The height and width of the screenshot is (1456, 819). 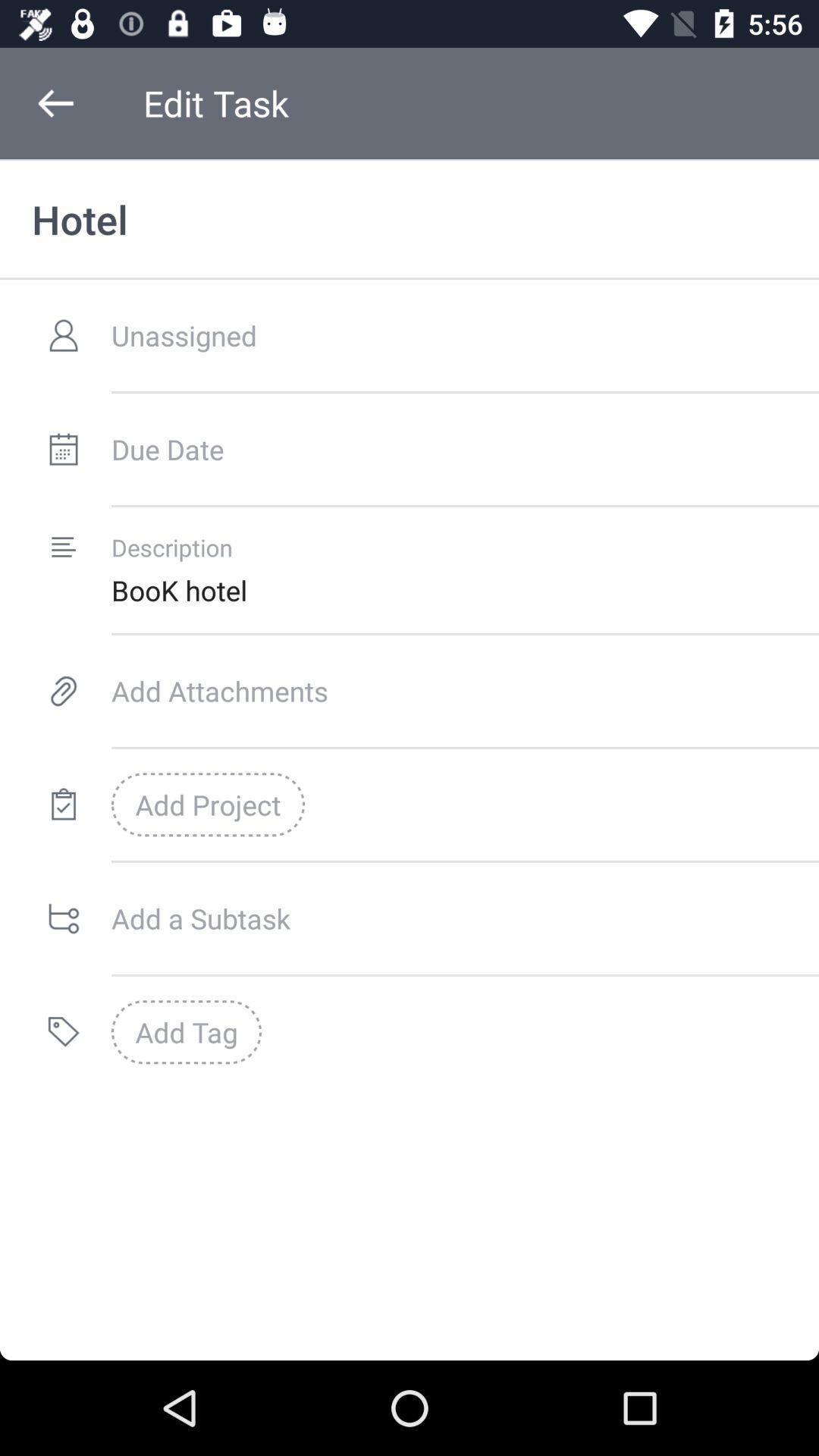 What do you see at coordinates (464, 918) in the screenshot?
I see `the item below the add project item` at bounding box center [464, 918].